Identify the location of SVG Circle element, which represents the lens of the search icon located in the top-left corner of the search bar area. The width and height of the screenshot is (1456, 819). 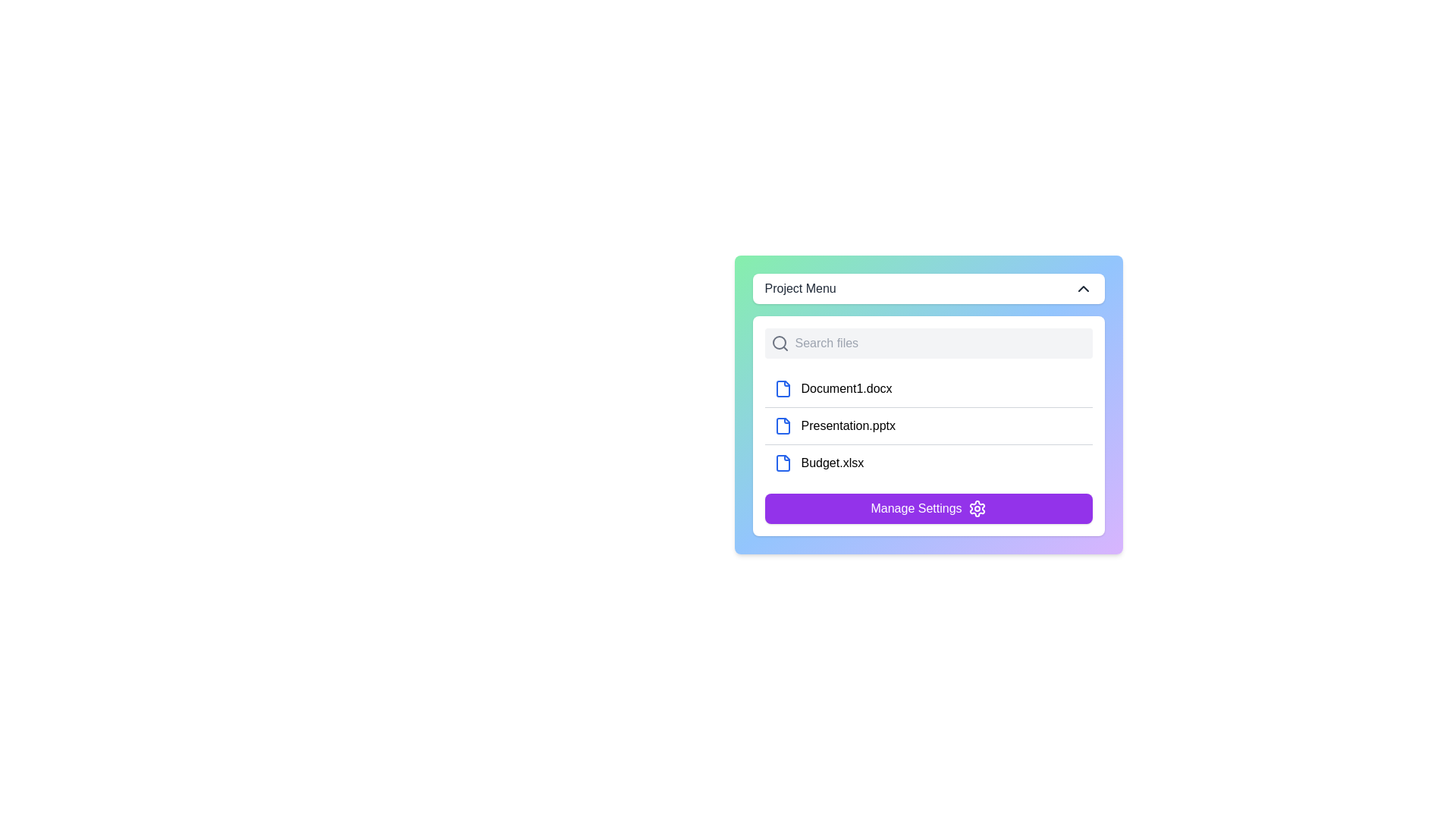
(779, 342).